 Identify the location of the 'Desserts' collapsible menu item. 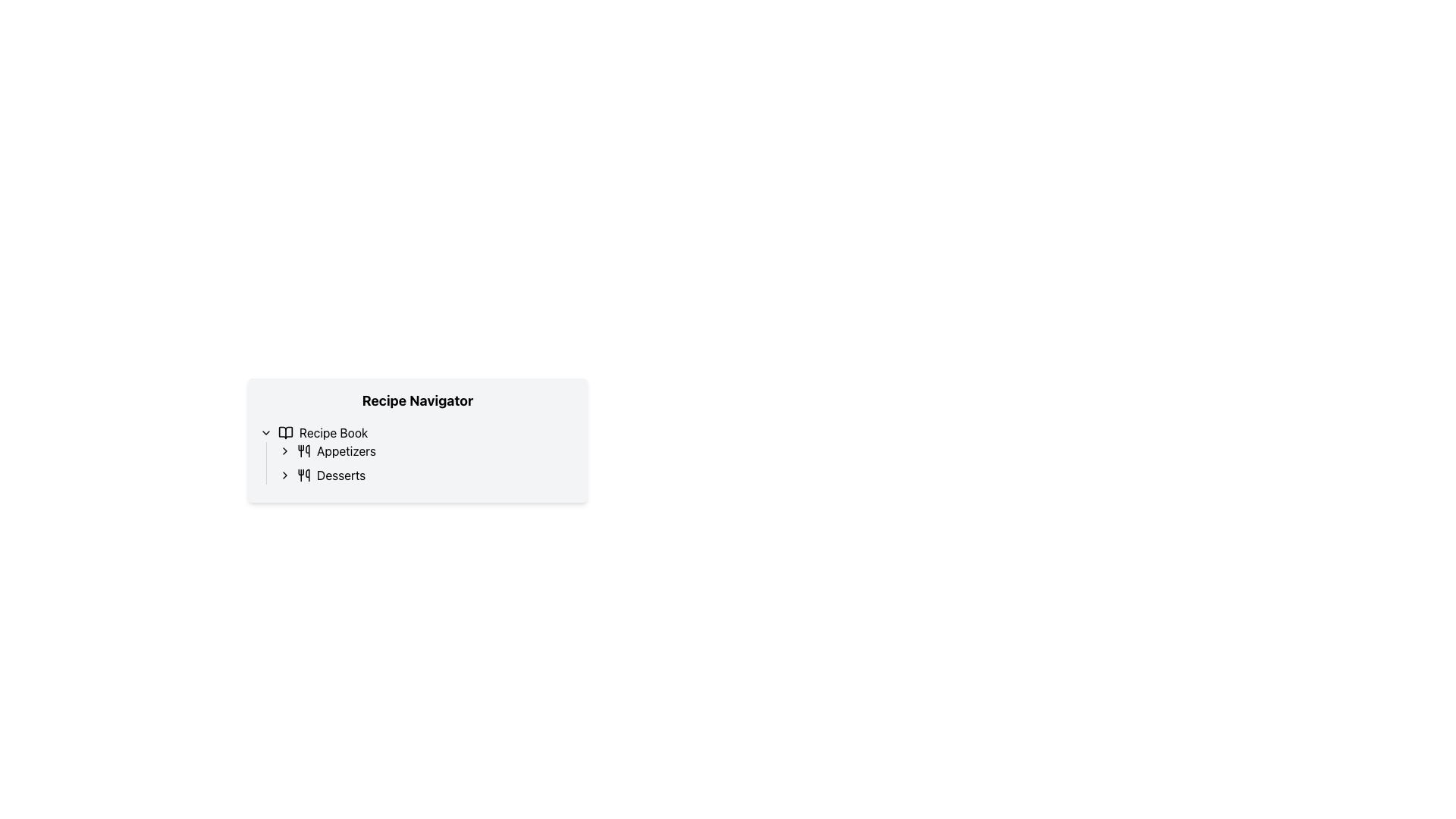
(426, 475).